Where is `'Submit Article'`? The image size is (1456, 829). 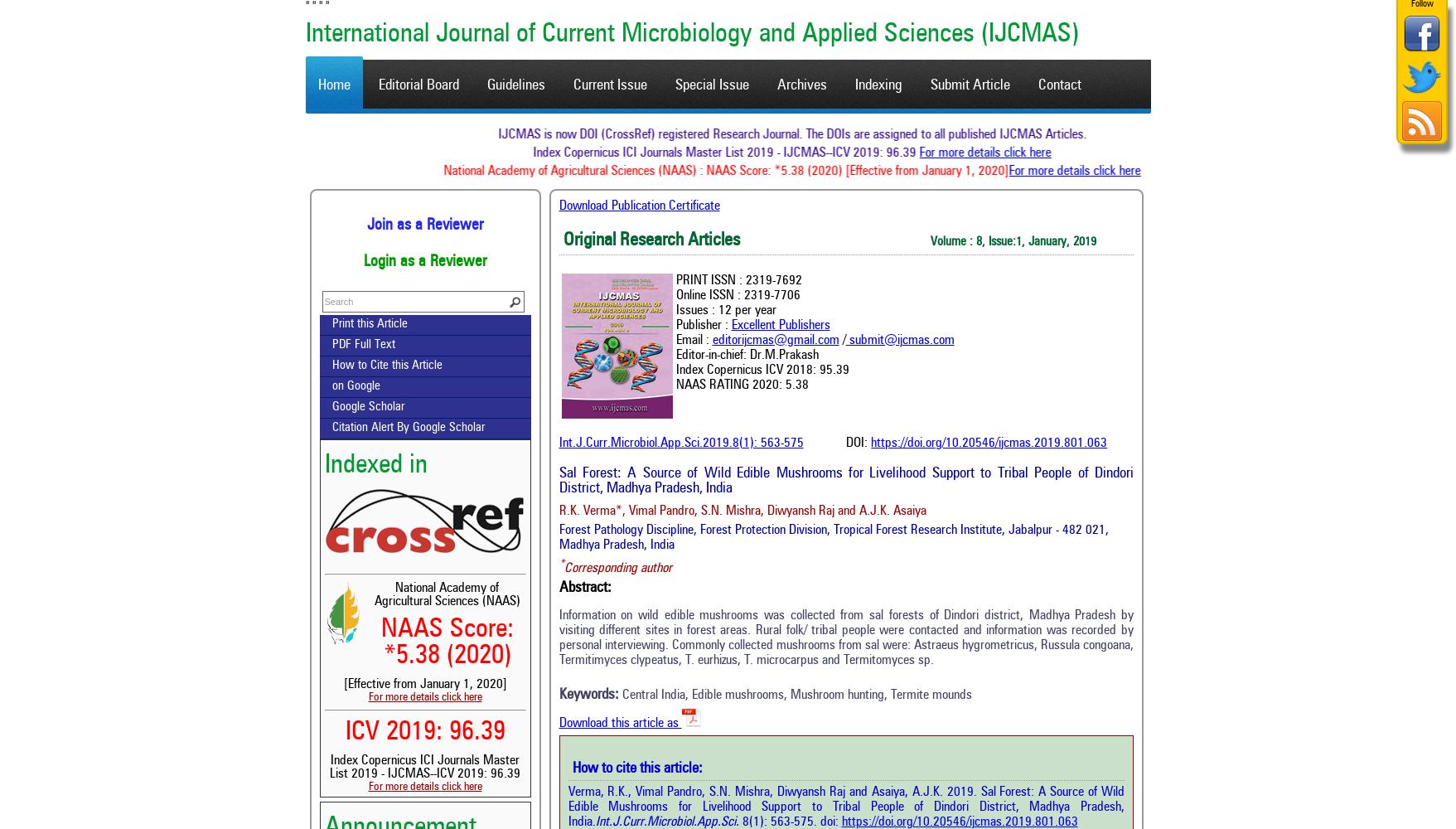 'Submit Article' is located at coordinates (968, 85).